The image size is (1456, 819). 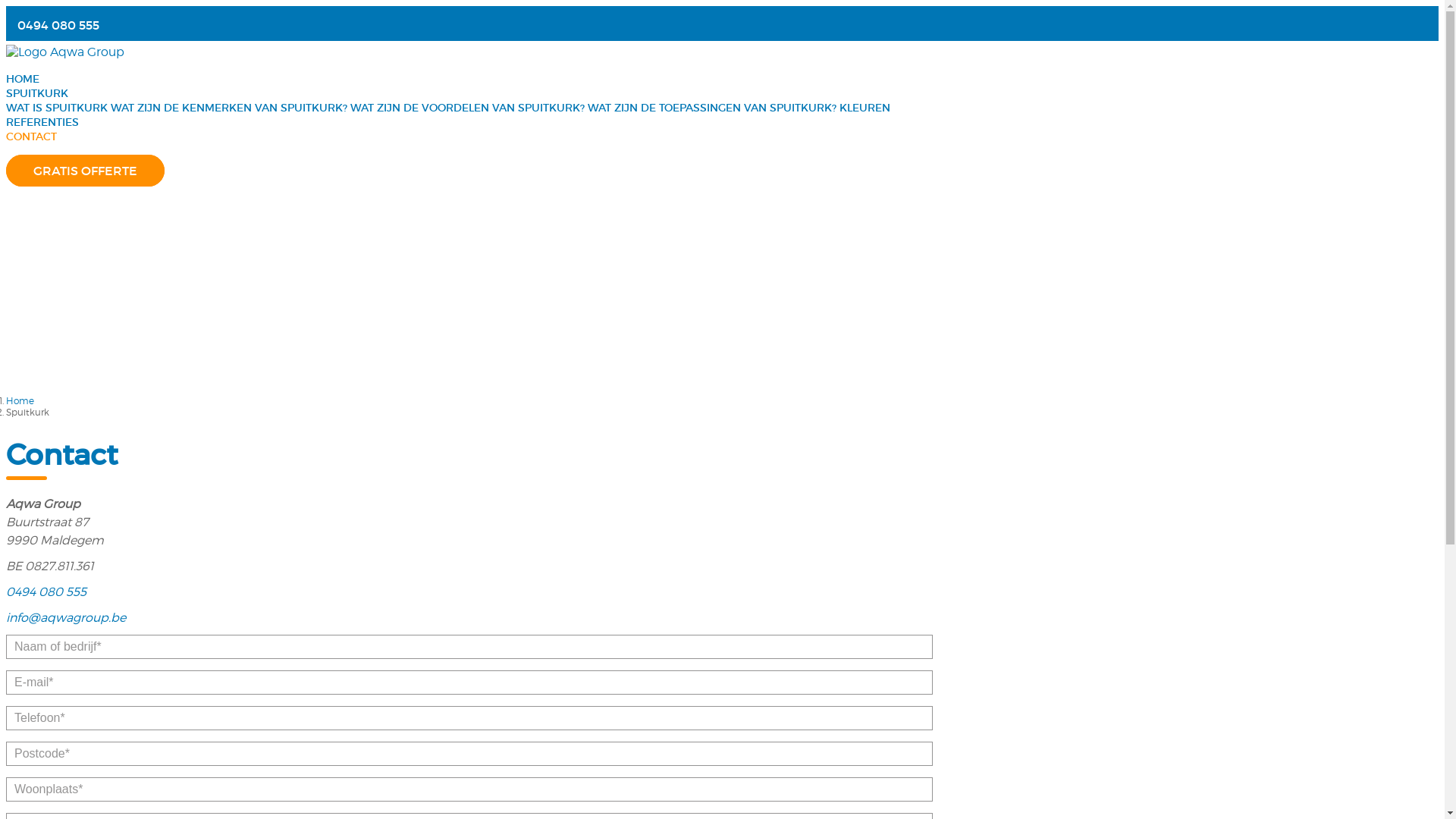 I want to click on 'REFERENTIES', so click(x=42, y=121).